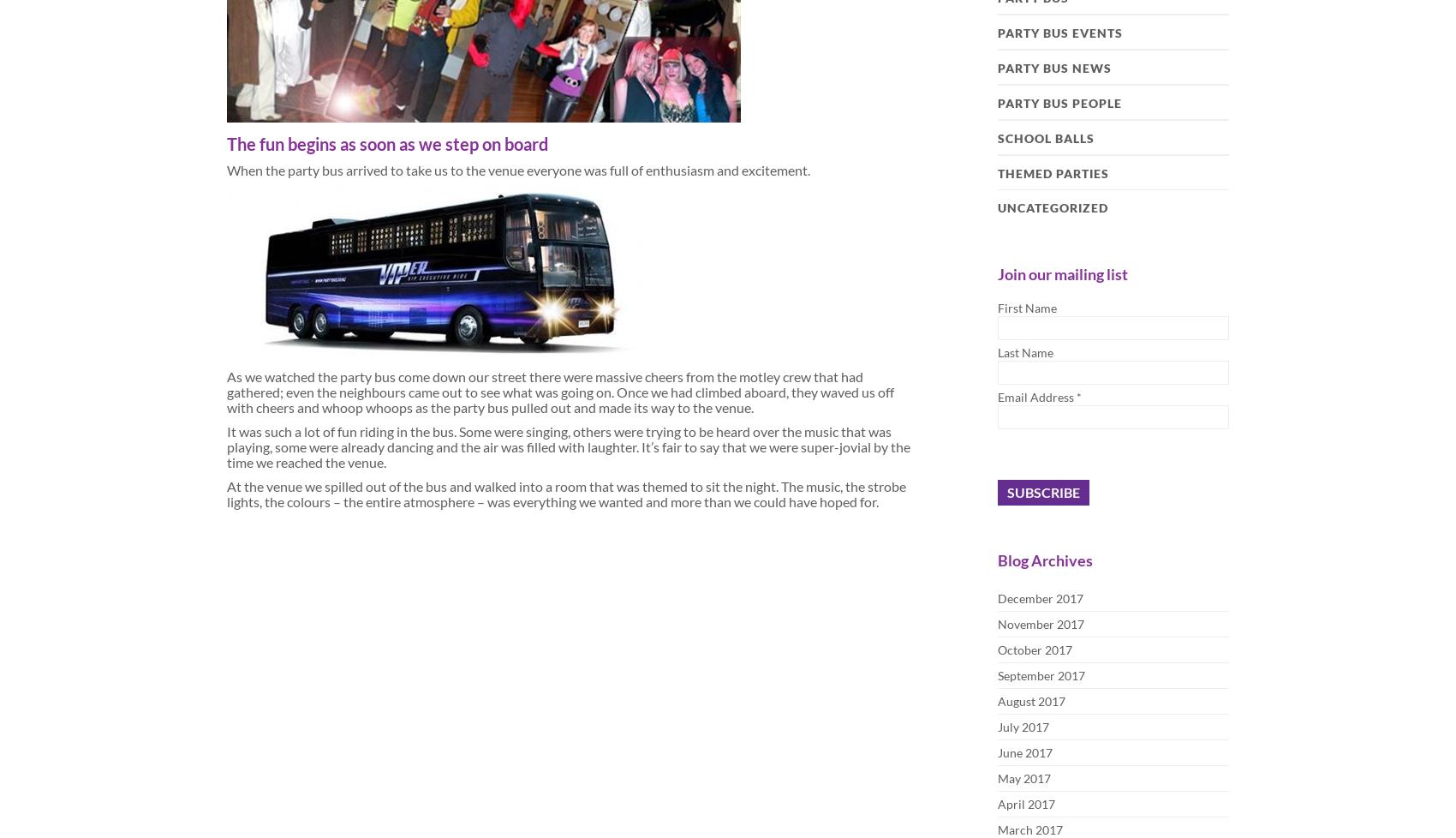  I want to click on 'Party Bus People', so click(1059, 103).